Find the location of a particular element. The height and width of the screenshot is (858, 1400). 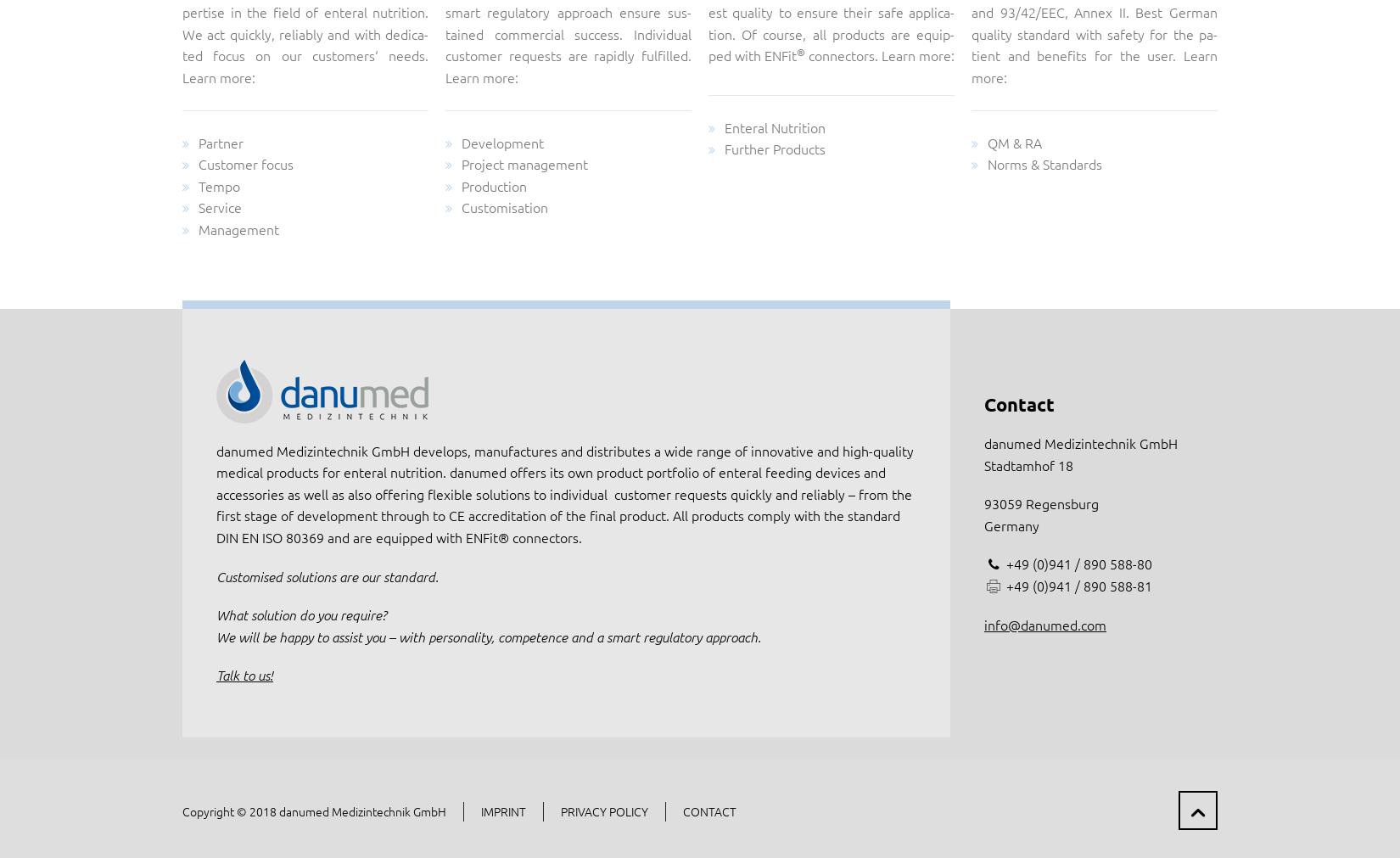

'Talk to us!' is located at coordinates (244, 674).